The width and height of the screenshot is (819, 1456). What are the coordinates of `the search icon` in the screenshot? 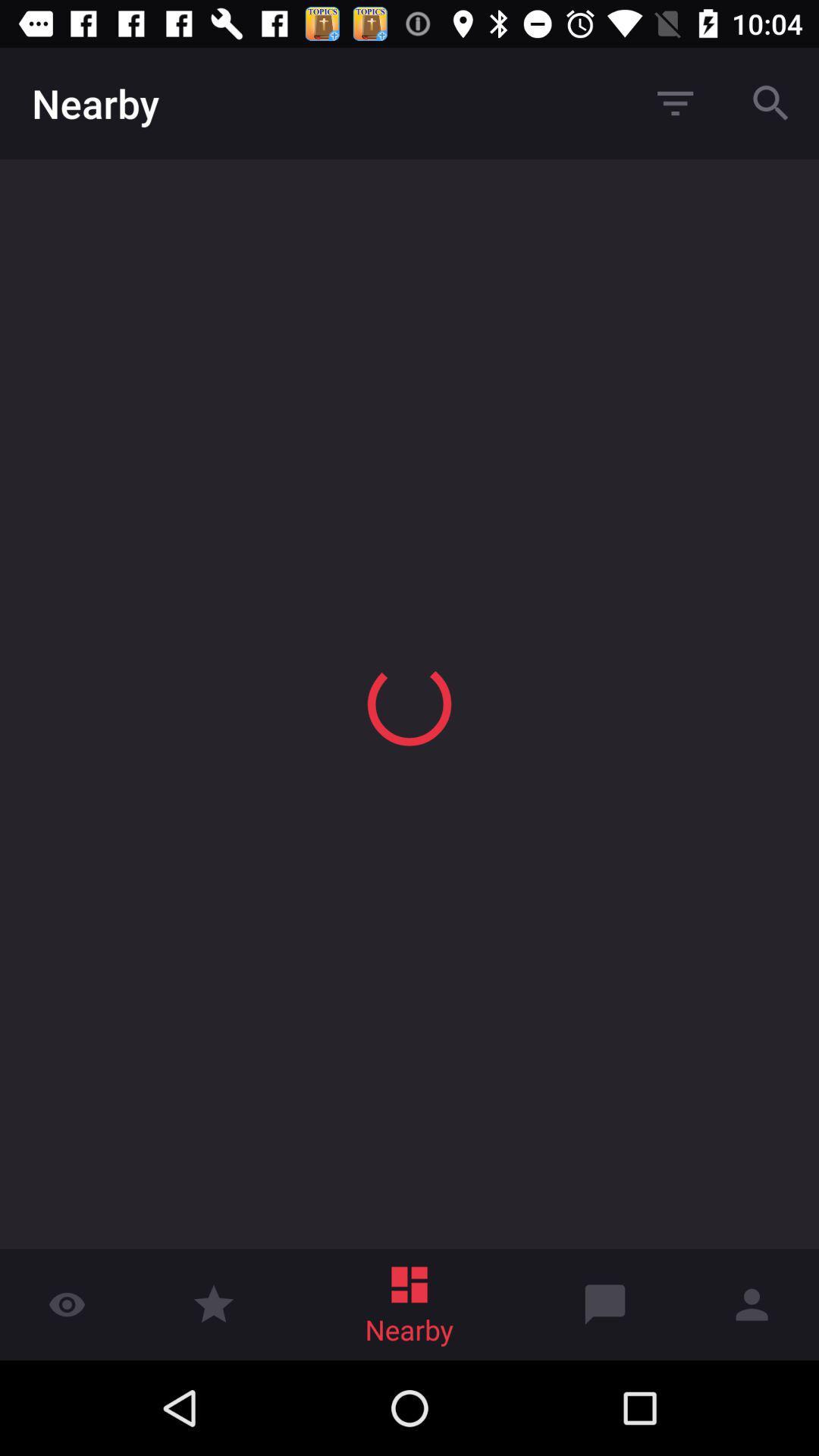 It's located at (771, 103).